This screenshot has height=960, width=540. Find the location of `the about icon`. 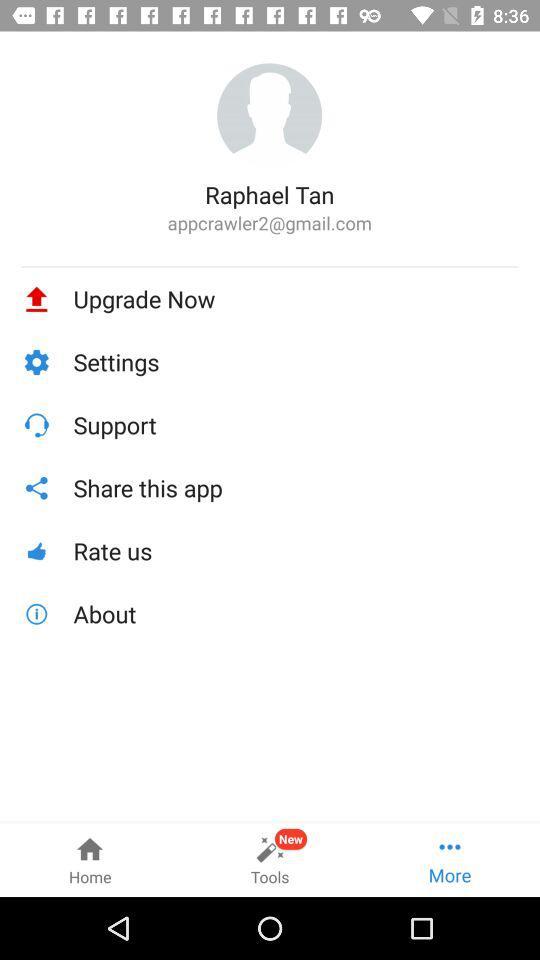

the about icon is located at coordinates (295, 613).